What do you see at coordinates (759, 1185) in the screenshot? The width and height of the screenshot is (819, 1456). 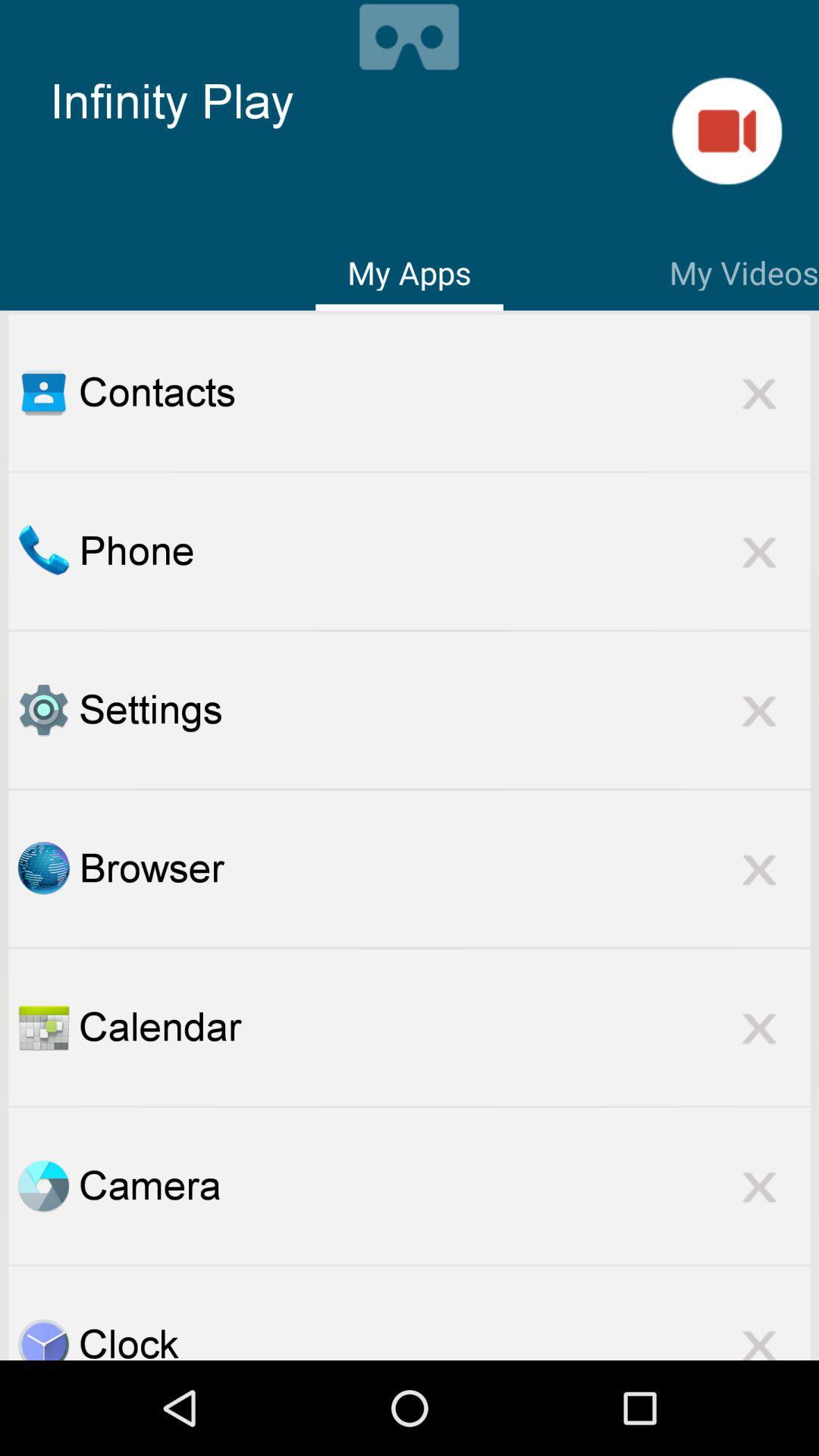 I see `closes app` at bounding box center [759, 1185].